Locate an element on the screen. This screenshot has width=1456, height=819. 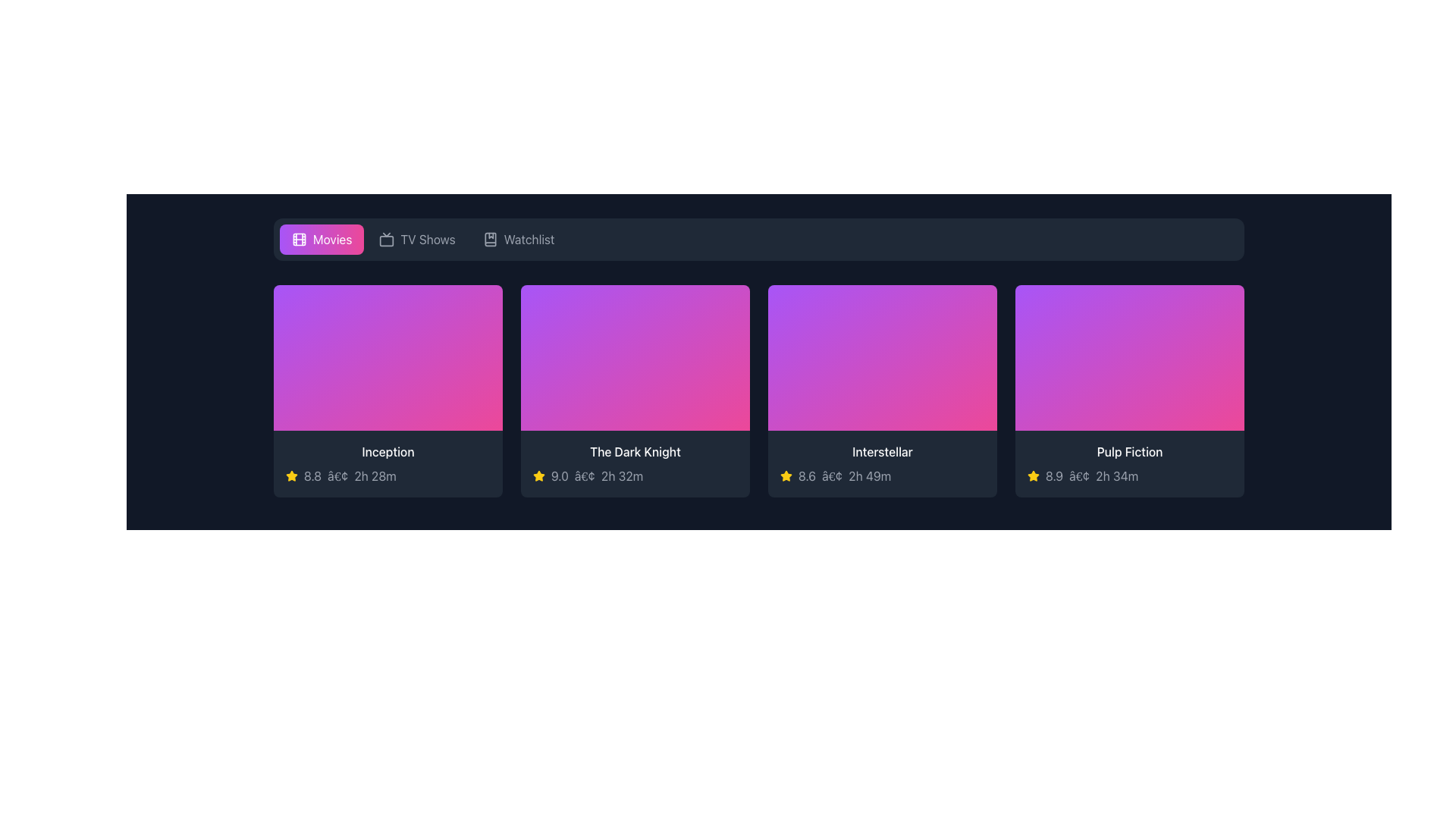
the non-interactive text label displaying the rating score for the movie 'The Dark Knight', which is located in the second card of a horizontally aligned list, between the star icon and the bullet symbol is located at coordinates (559, 475).